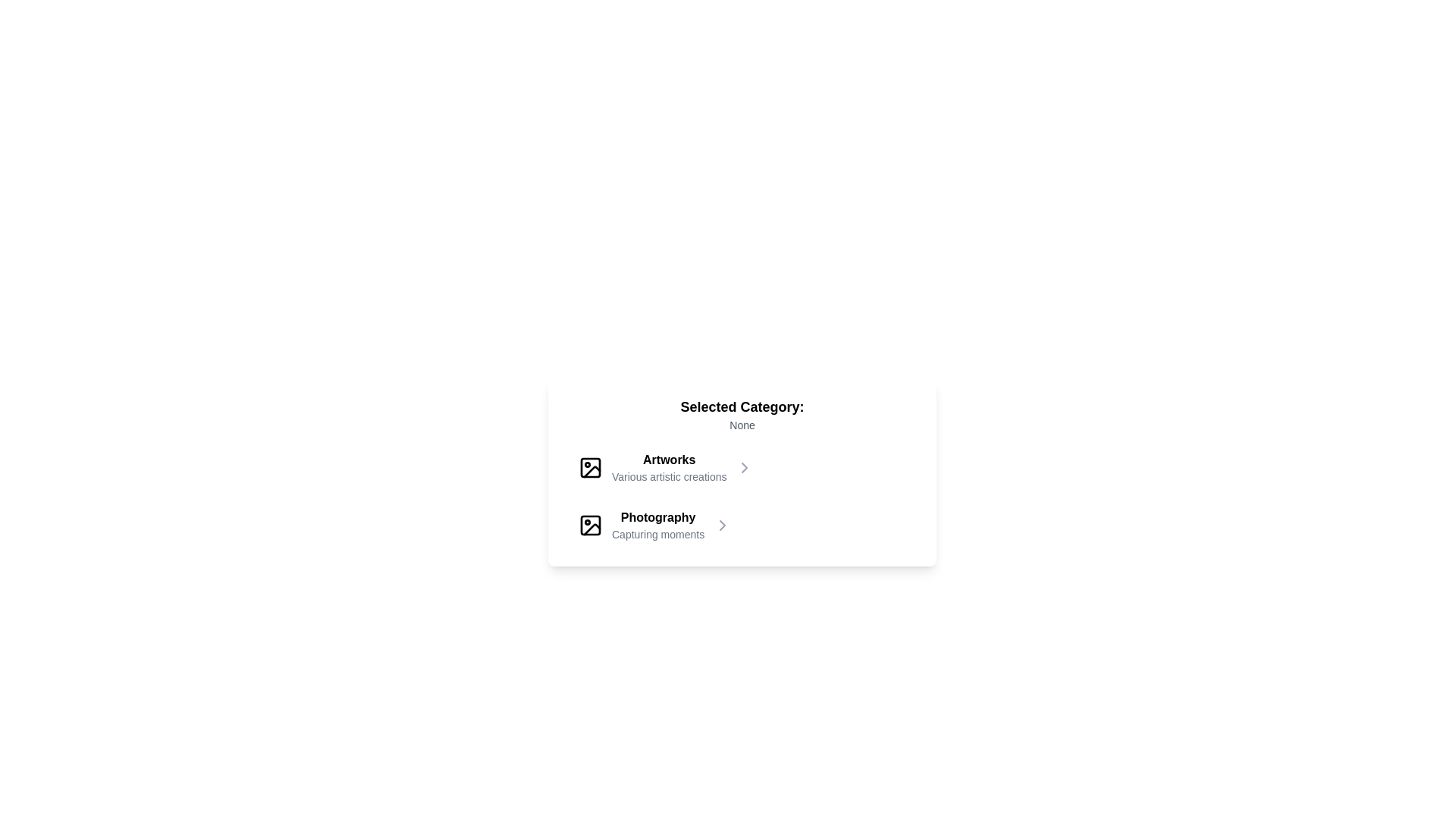  I want to click on the first list item labeled 'Artworks' which contains a bold title and an icon, so click(742, 467).